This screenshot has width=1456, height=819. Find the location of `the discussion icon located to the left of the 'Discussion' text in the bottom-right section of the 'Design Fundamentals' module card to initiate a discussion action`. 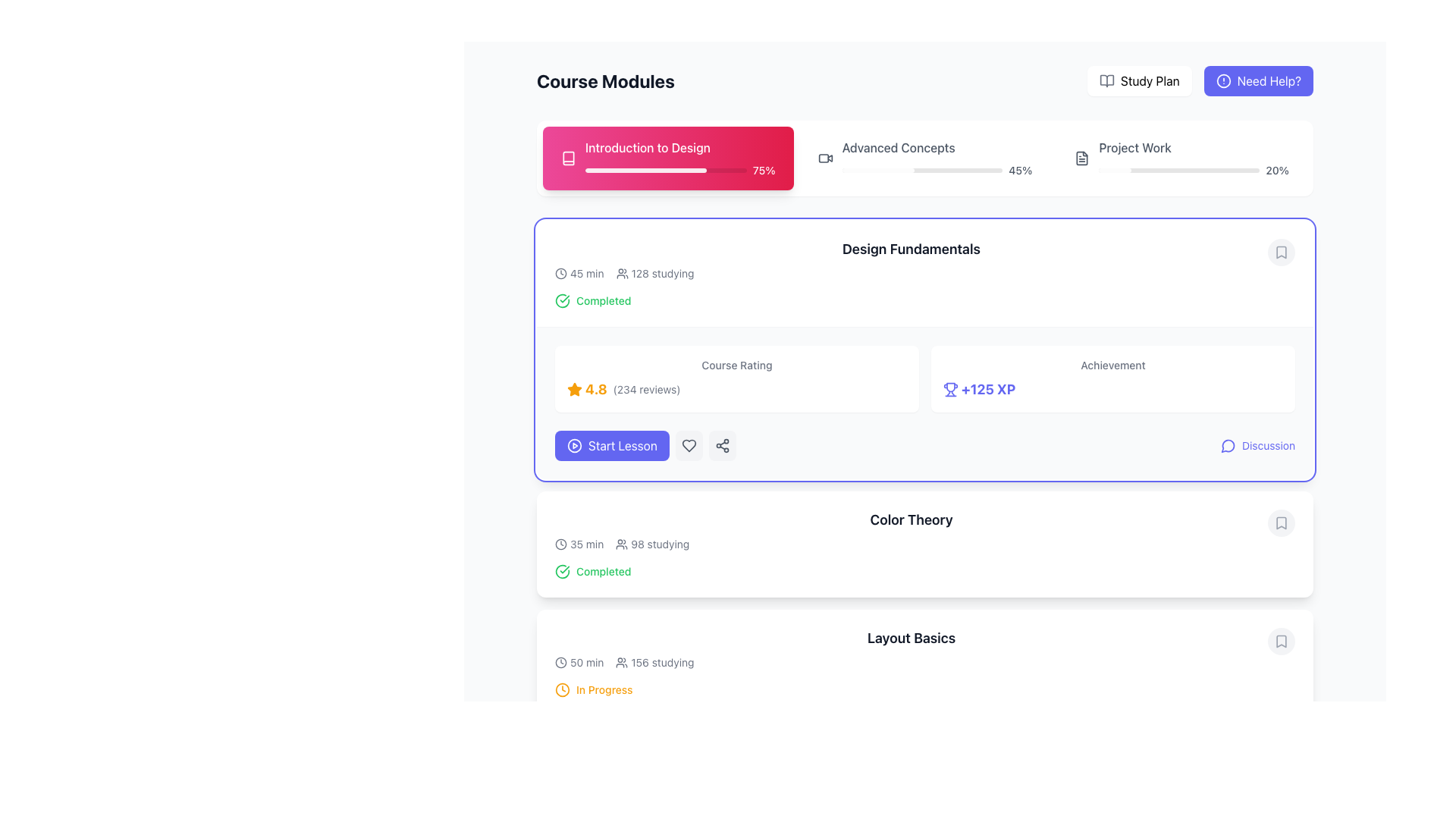

the discussion icon located to the left of the 'Discussion' text in the bottom-right section of the 'Design Fundamentals' module card to initiate a discussion action is located at coordinates (1228, 444).